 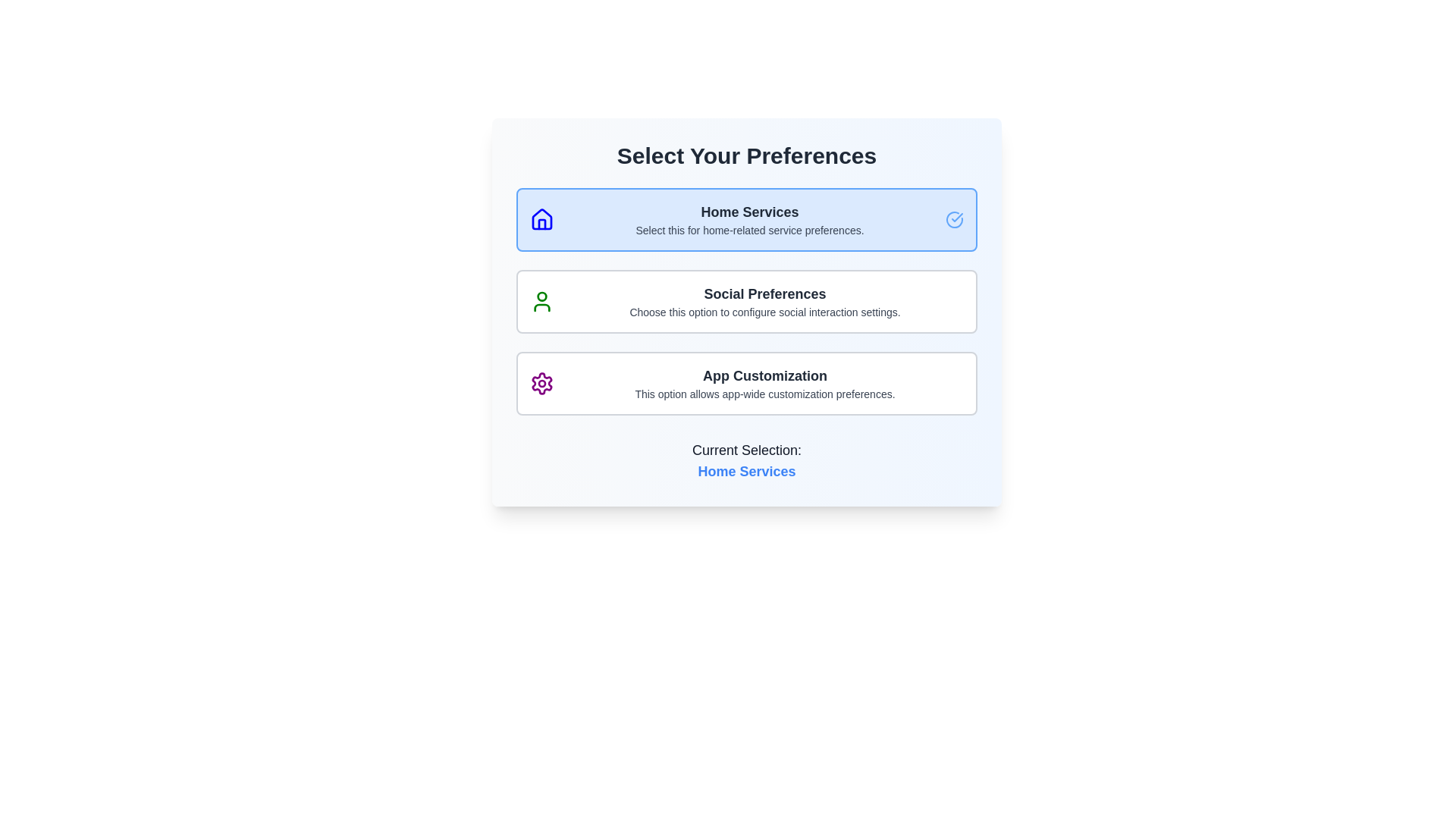 What do you see at coordinates (542, 301) in the screenshot?
I see `the icon representing the 'Social Preferences' card, which is centrally placed within the vertical bounds of the card and aligned to the left of the card's title and descriptive text` at bounding box center [542, 301].